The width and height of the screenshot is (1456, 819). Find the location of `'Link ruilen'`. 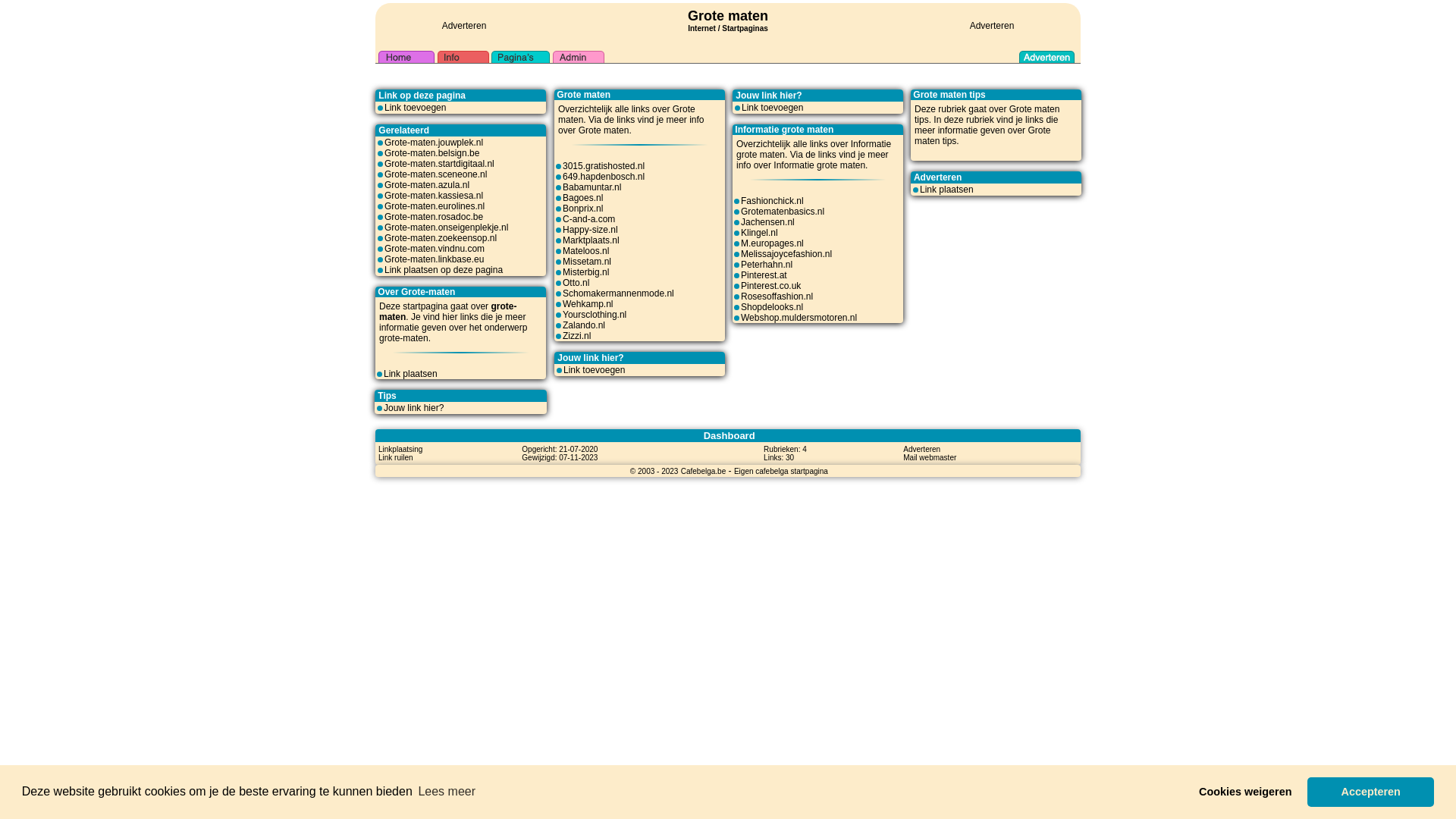

'Link ruilen' is located at coordinates (396, 456).